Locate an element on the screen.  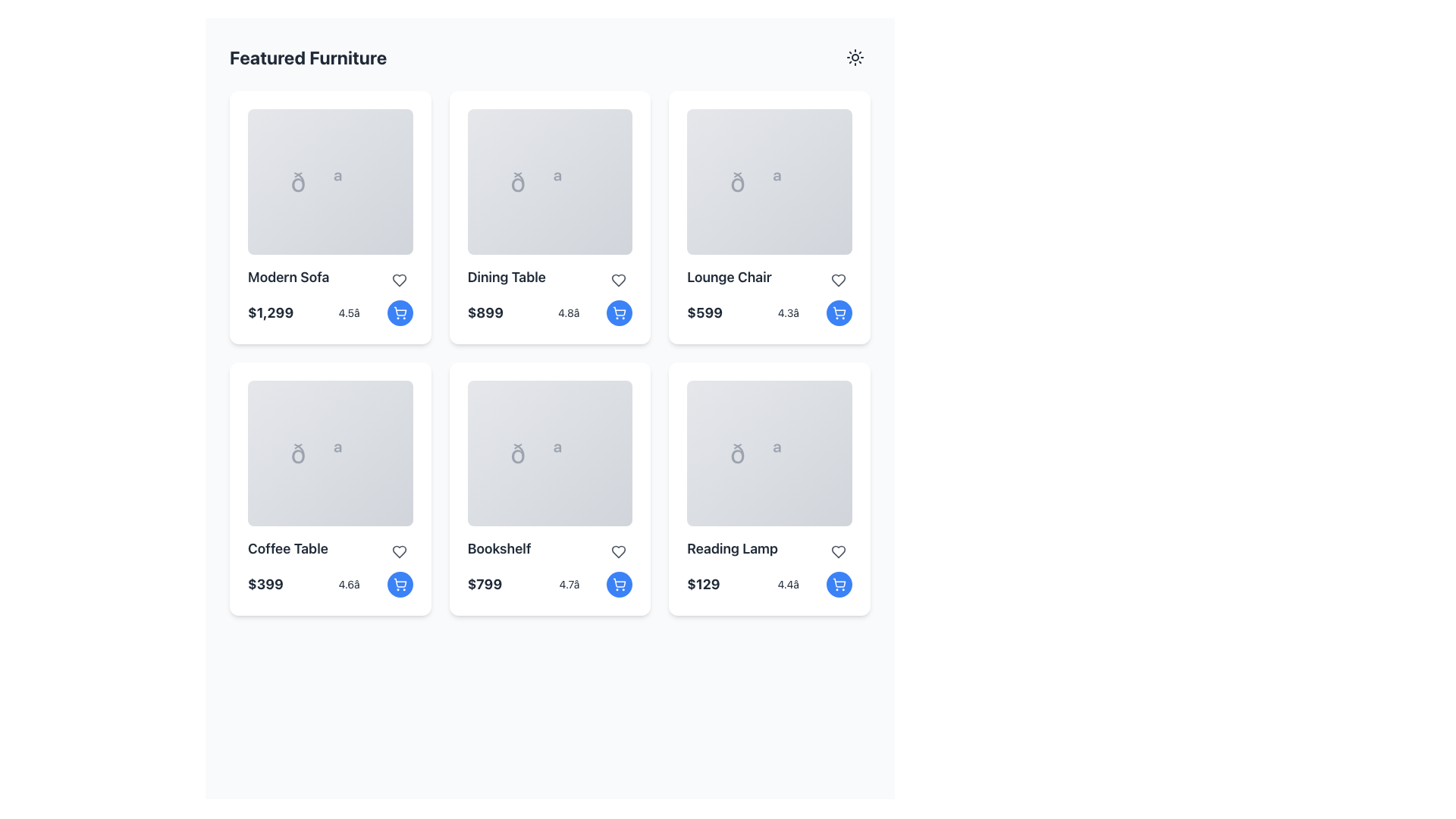
the 'Add to Cart' button located in the bottom-right corner of the card for the 'Reading Lamp' product is located at coordinates (839, 584).